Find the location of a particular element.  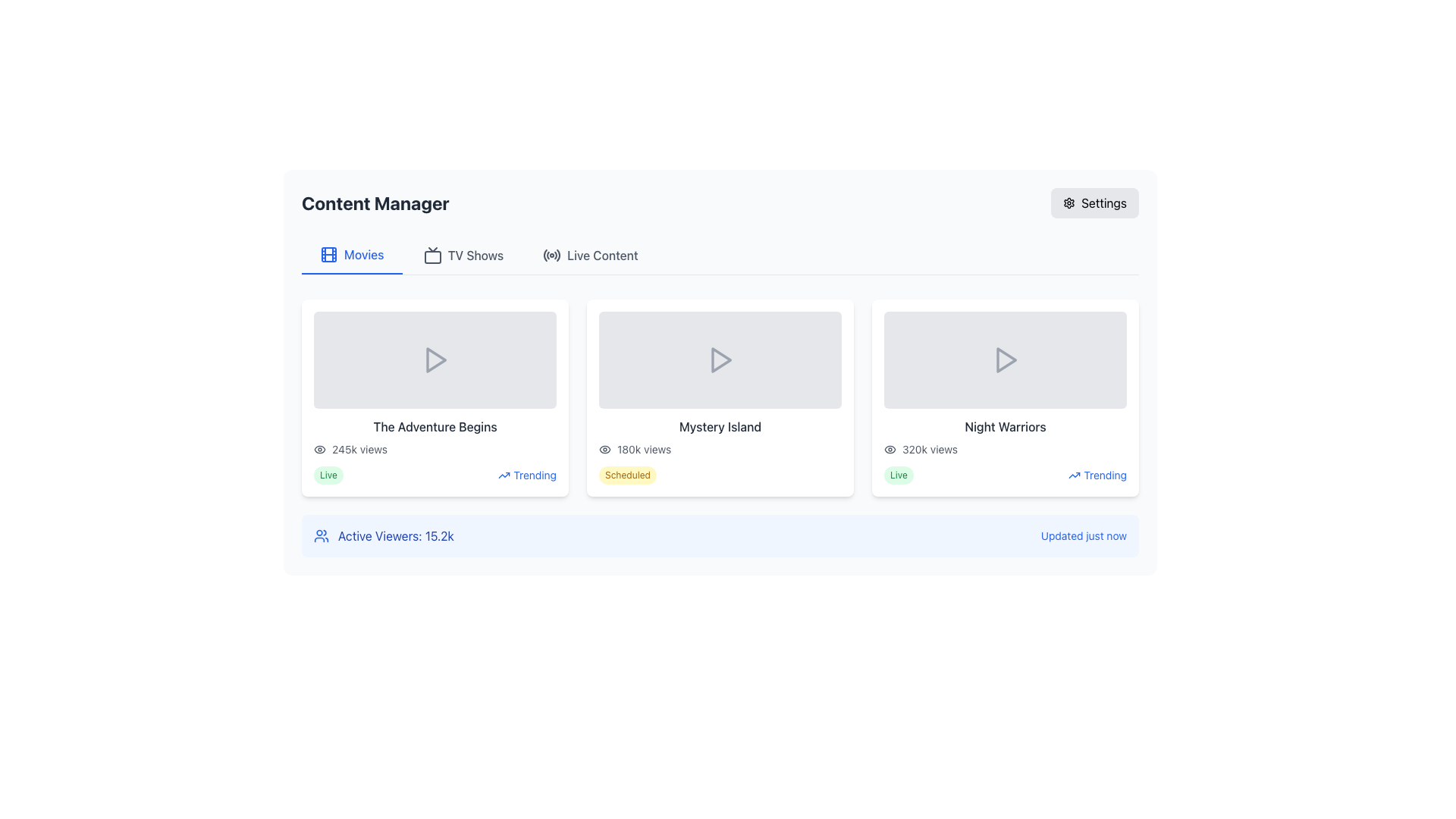

the play button icon located in the central panel of the 'Mystery Island' card, which is a triangular shape pointing to the right with a light gray outline is located at coordinates (720, 359).